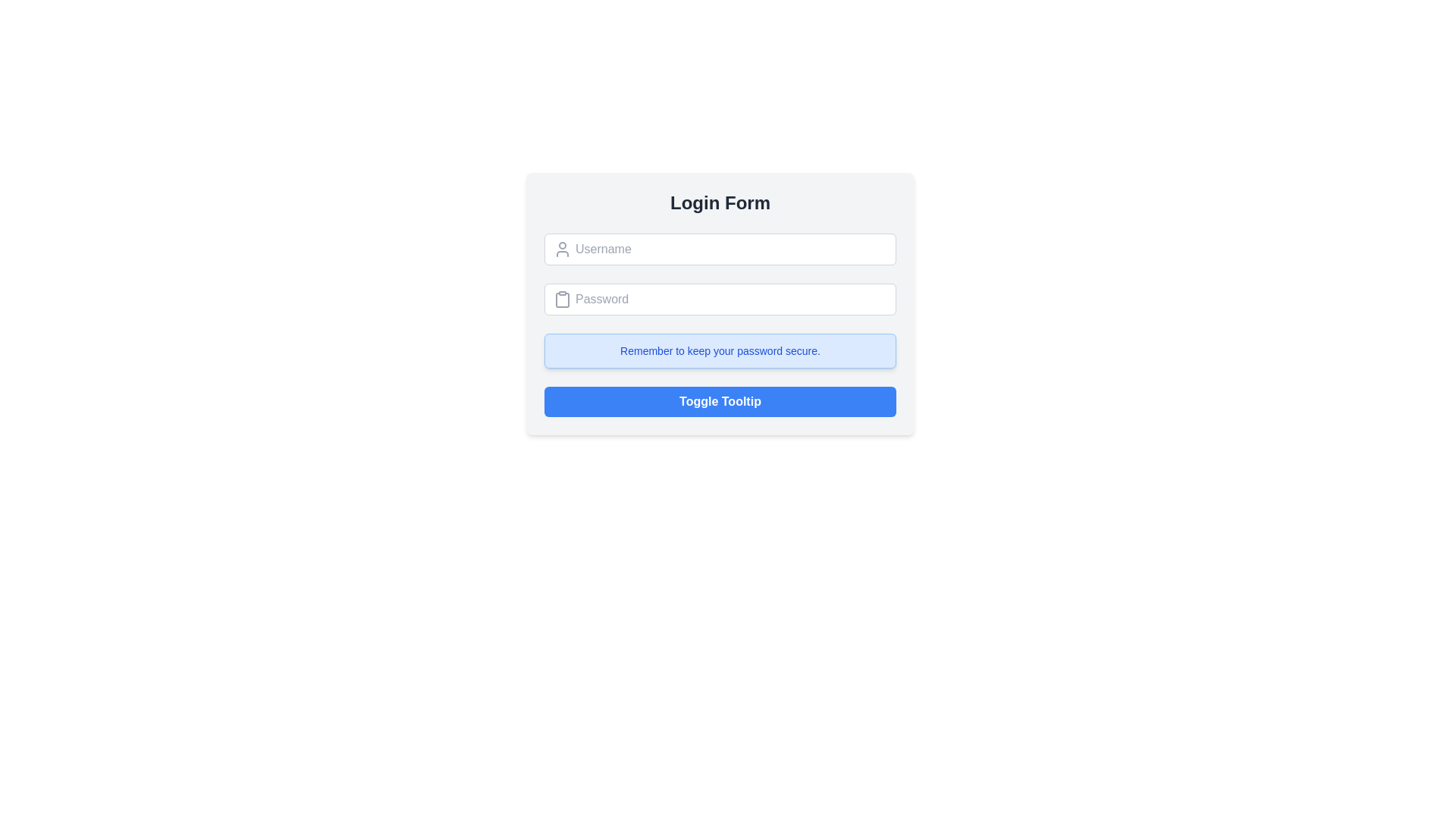 Image resolution: width=1456 pixels, height=819 pixels. I want to click on the username input field located below the title 'Login Form' for feedback, so click(720, 248).